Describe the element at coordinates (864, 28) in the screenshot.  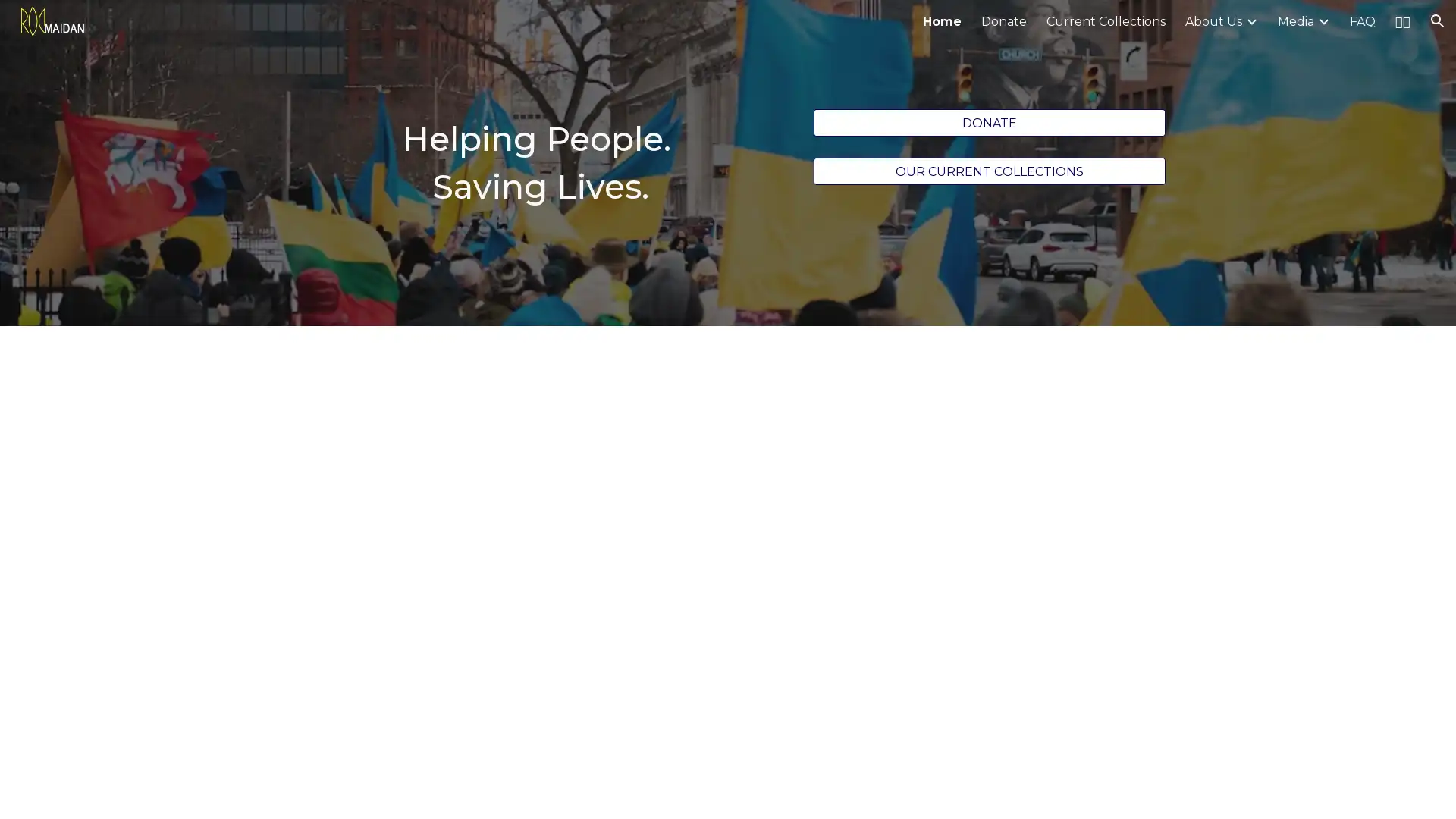
I see `Skip to navigation` at that location.